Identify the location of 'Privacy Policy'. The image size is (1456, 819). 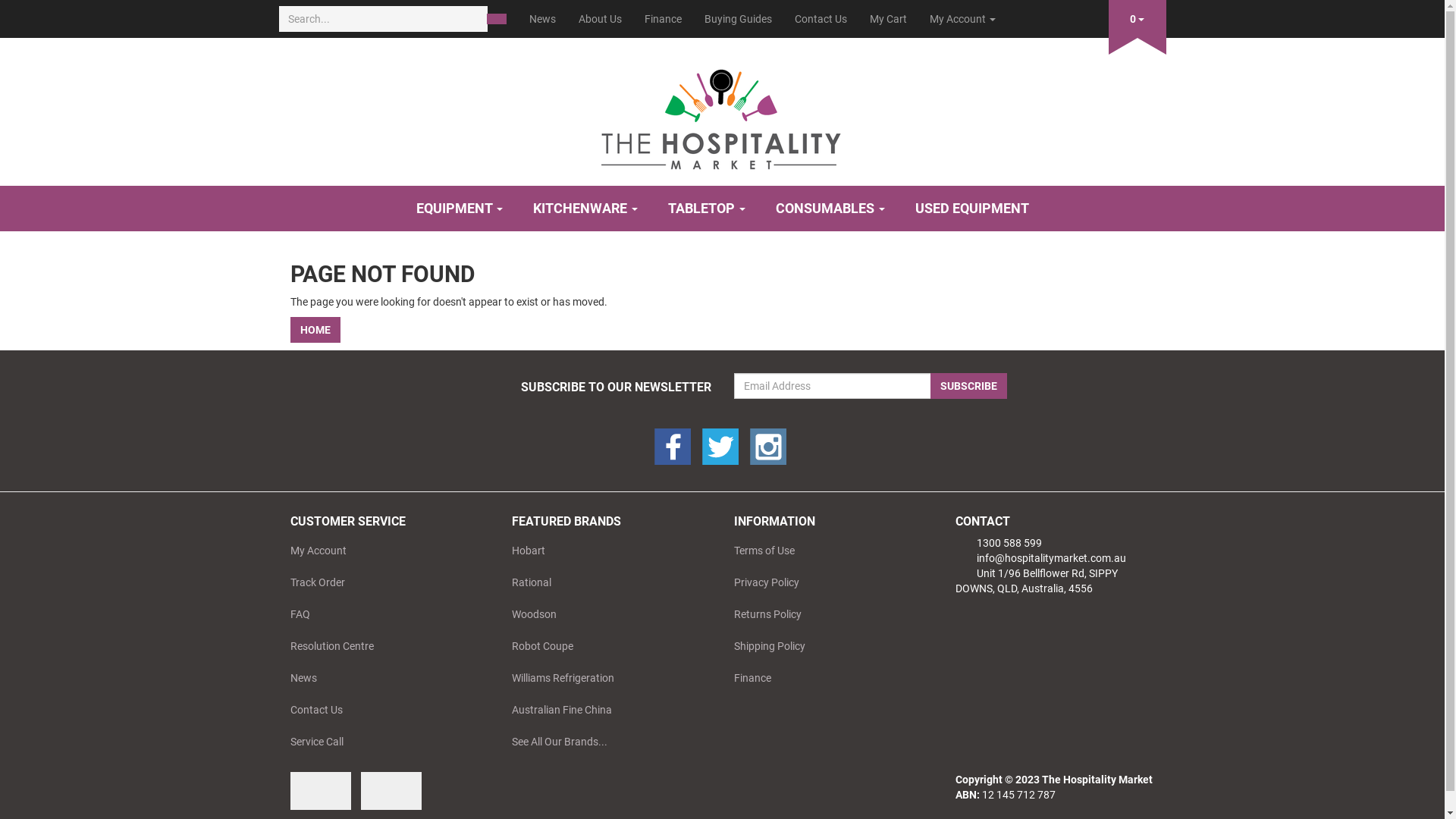
(826, 581).